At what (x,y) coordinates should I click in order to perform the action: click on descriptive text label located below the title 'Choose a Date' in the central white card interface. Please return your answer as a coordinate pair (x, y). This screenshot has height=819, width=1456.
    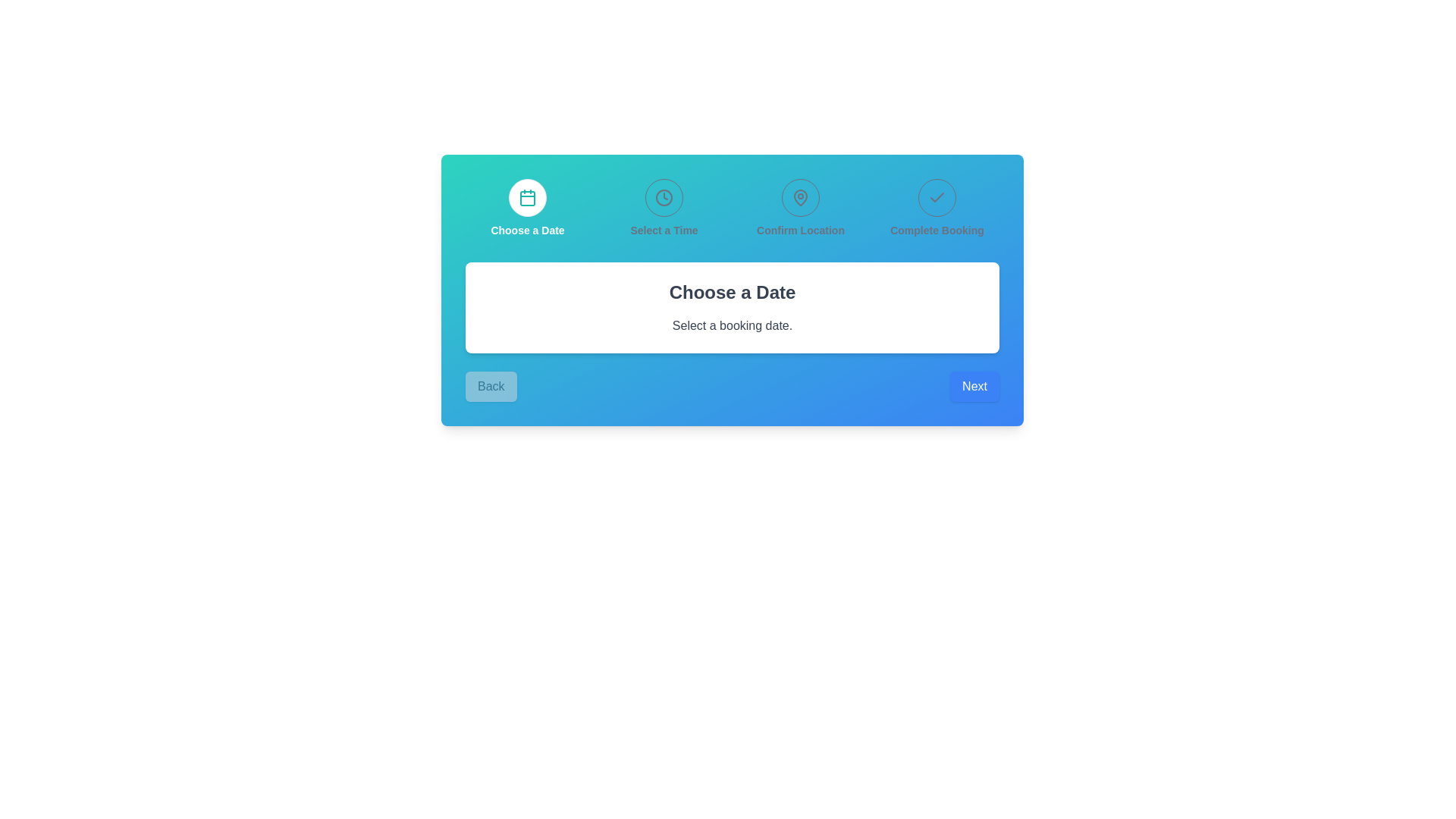
    Looking at the image, I should click on (732, 325).